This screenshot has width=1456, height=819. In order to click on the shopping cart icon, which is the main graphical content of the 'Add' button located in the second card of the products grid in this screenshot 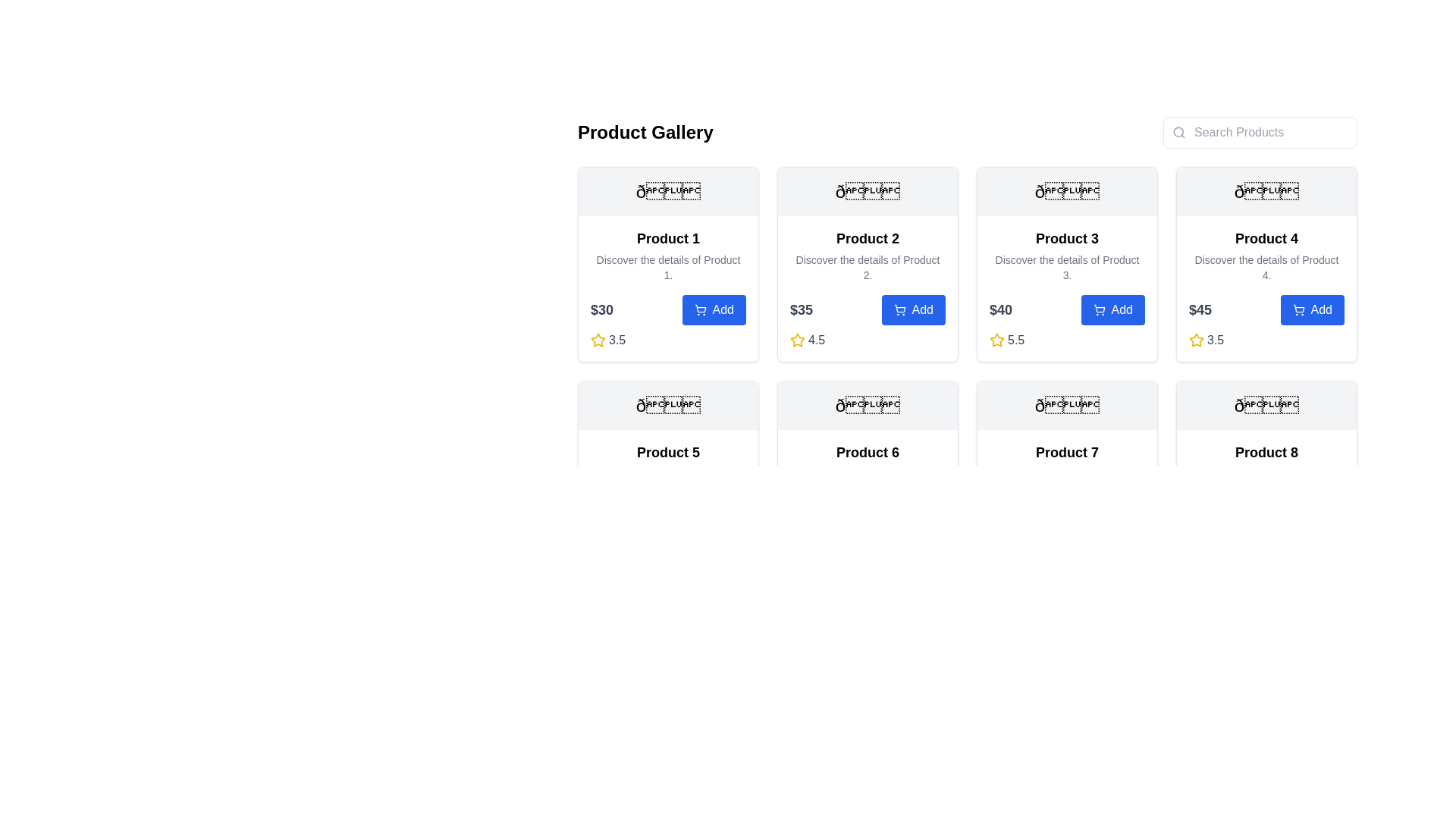, I will do `click(899, 308)`.